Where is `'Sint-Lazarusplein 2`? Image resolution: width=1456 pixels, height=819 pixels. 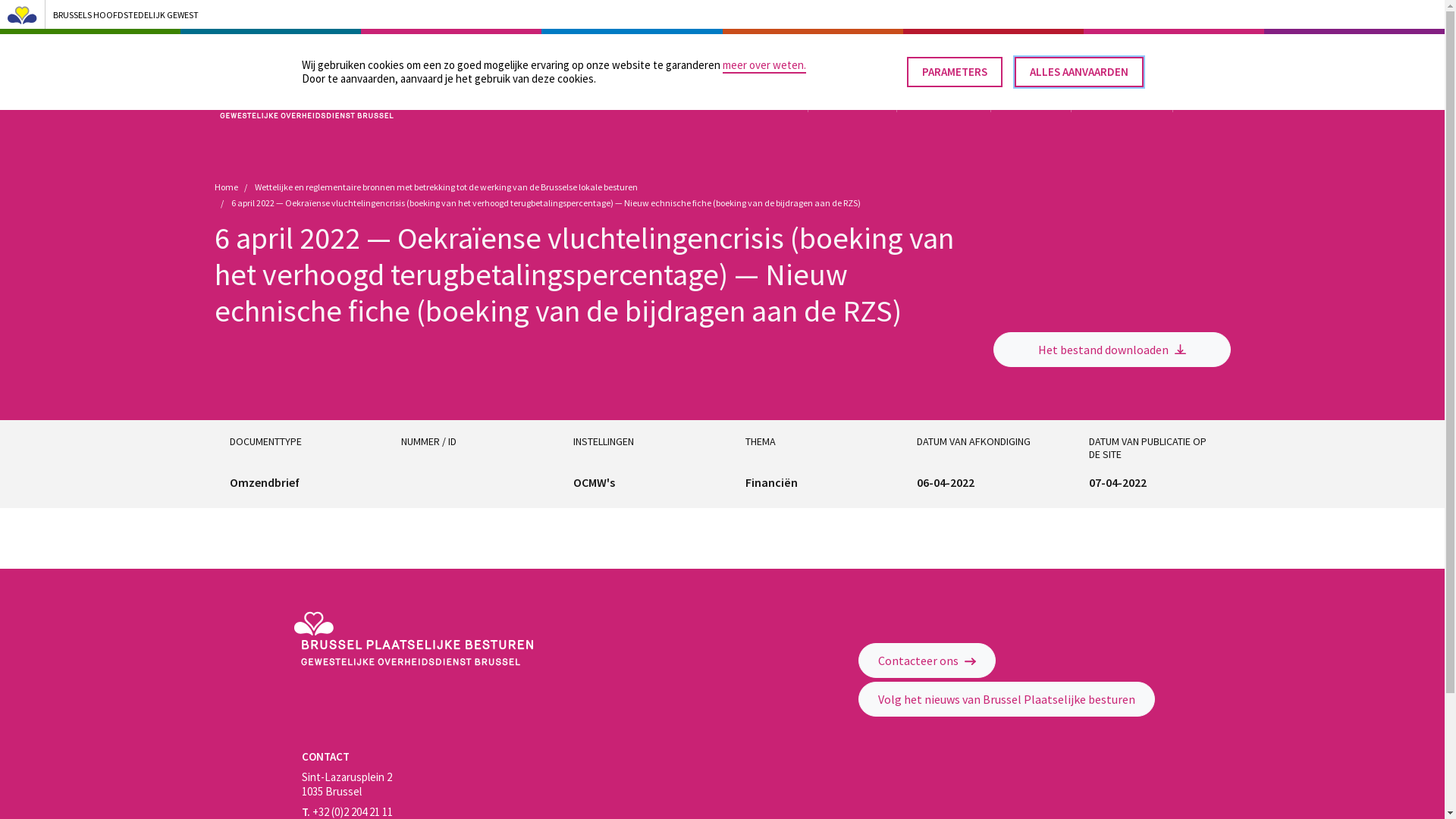 'Sint-Lazarusplein 2 is located at coordinates (346, 784).